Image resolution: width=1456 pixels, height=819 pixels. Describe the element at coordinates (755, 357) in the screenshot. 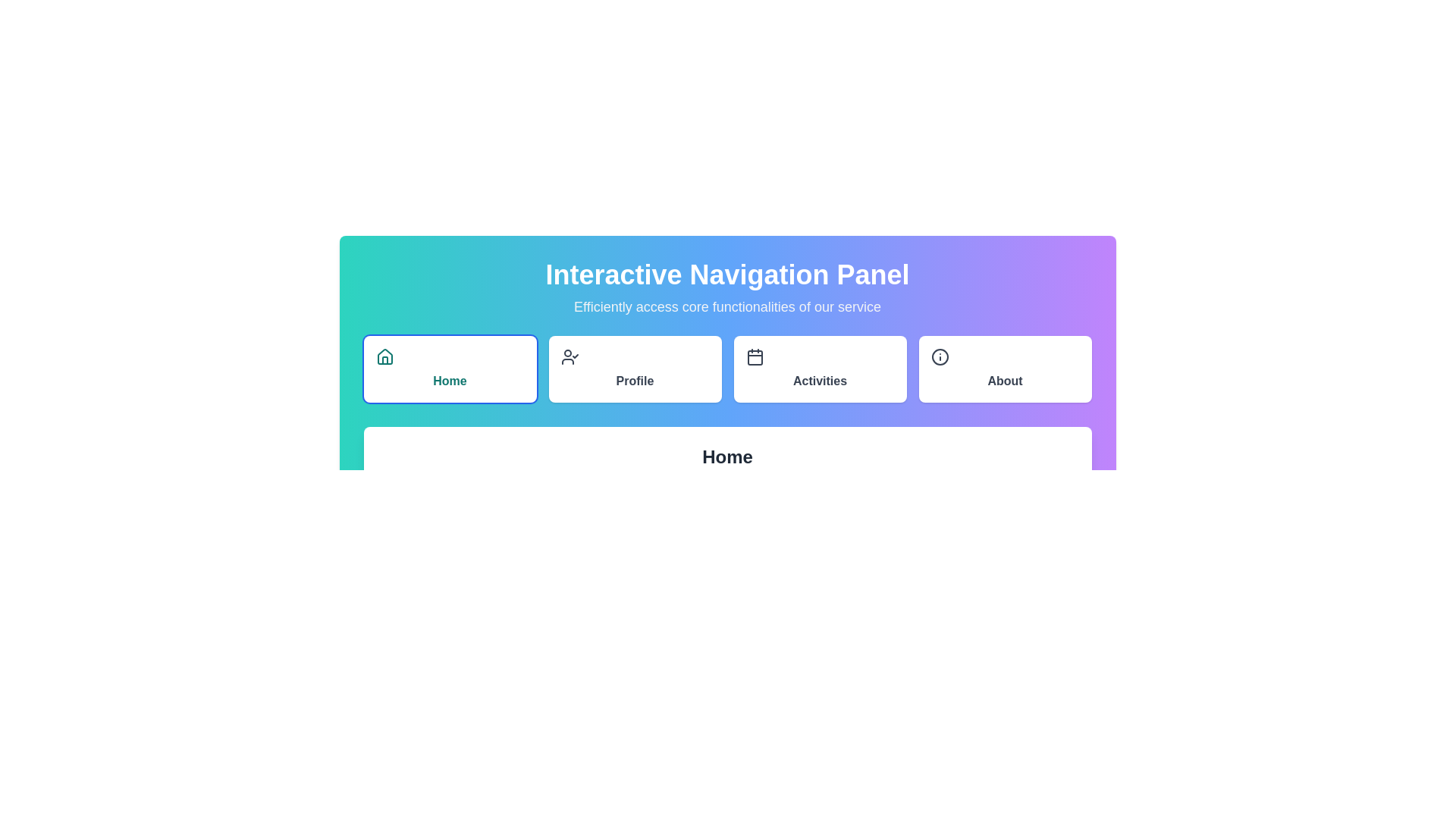

I see `the calendar icon located in the navigation menu, positioned centrally between the 'Profile' and 'About' icons, and above the 'Activities' text` at that location.